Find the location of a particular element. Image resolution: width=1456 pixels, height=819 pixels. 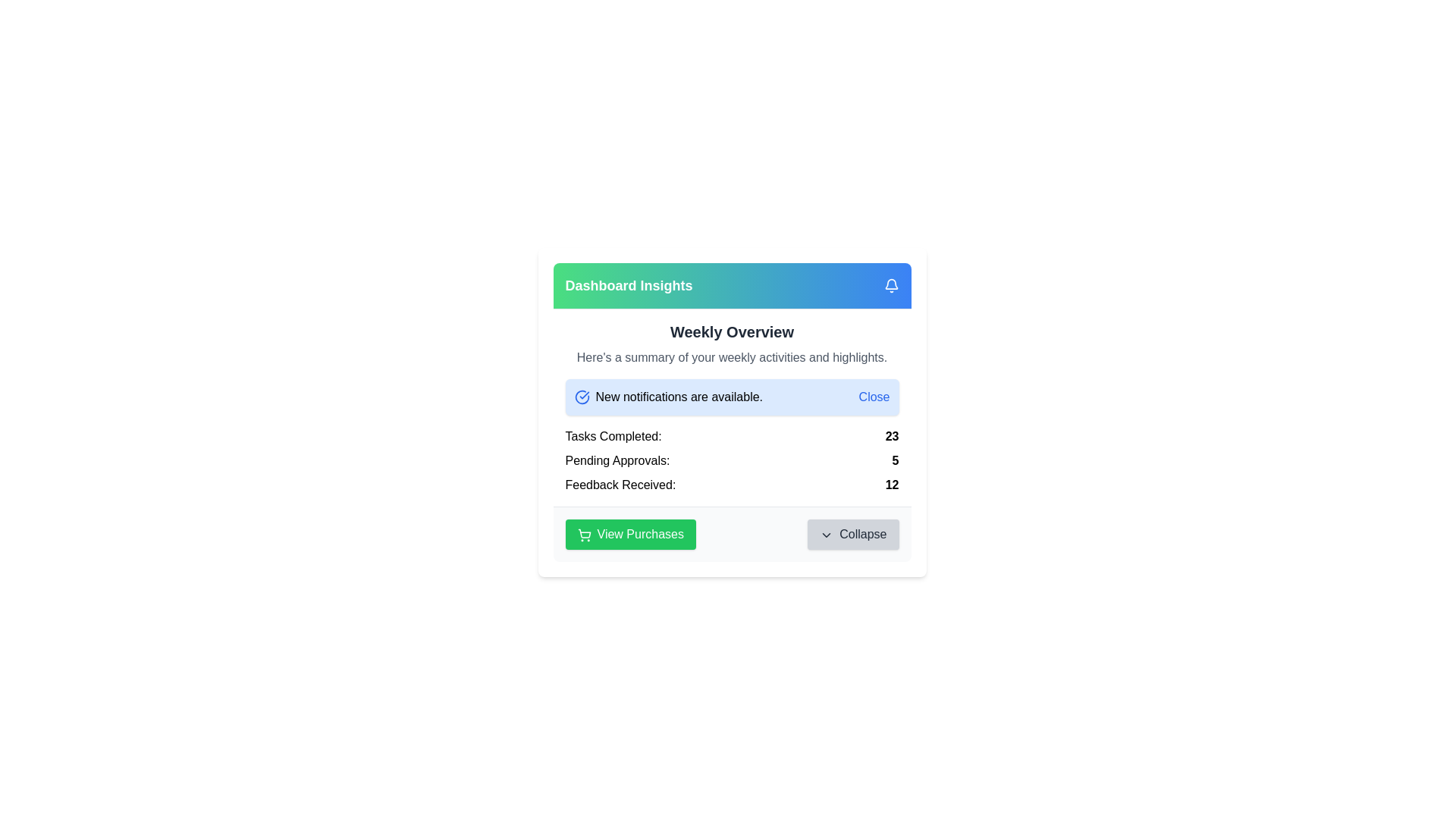

the downward-pointing chevron icon located within the 'Collapse' button, positioned to the left of the text 'Collapse' is located at coordinates (826, 534).